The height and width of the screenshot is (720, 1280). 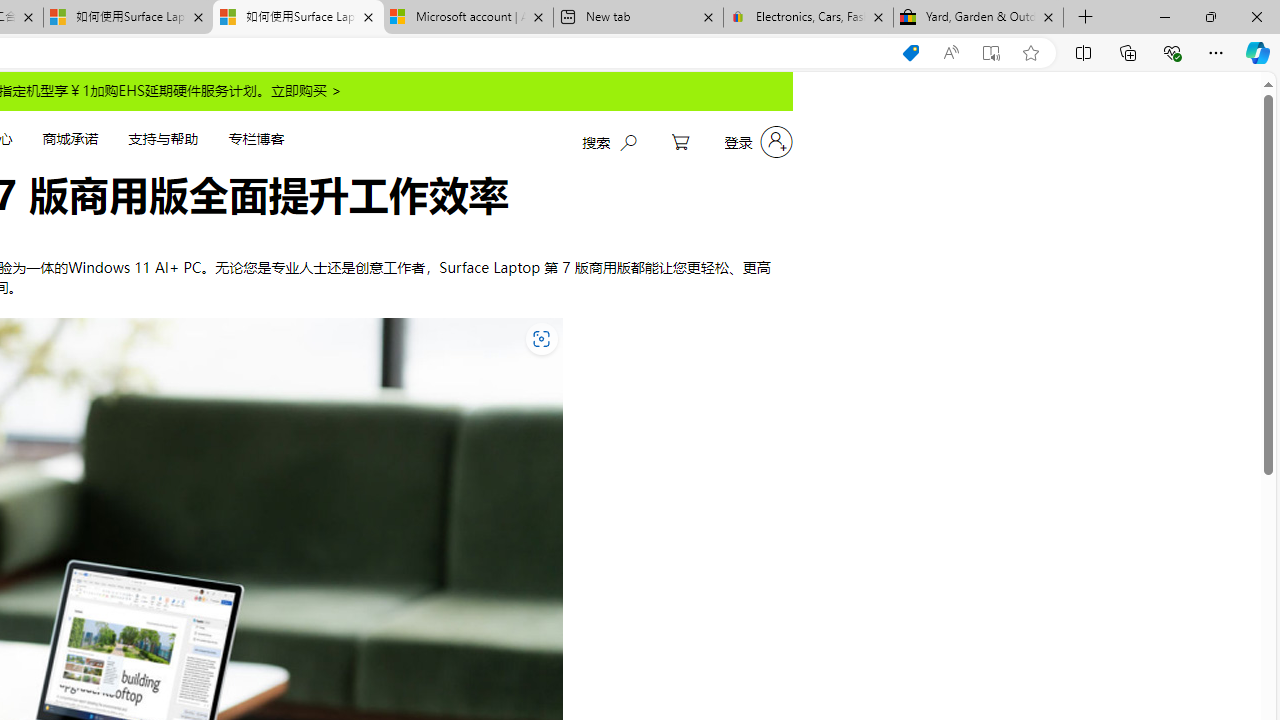 I want to click on 'Shopping in Microsoft Edge', so click(x=909, y=52).